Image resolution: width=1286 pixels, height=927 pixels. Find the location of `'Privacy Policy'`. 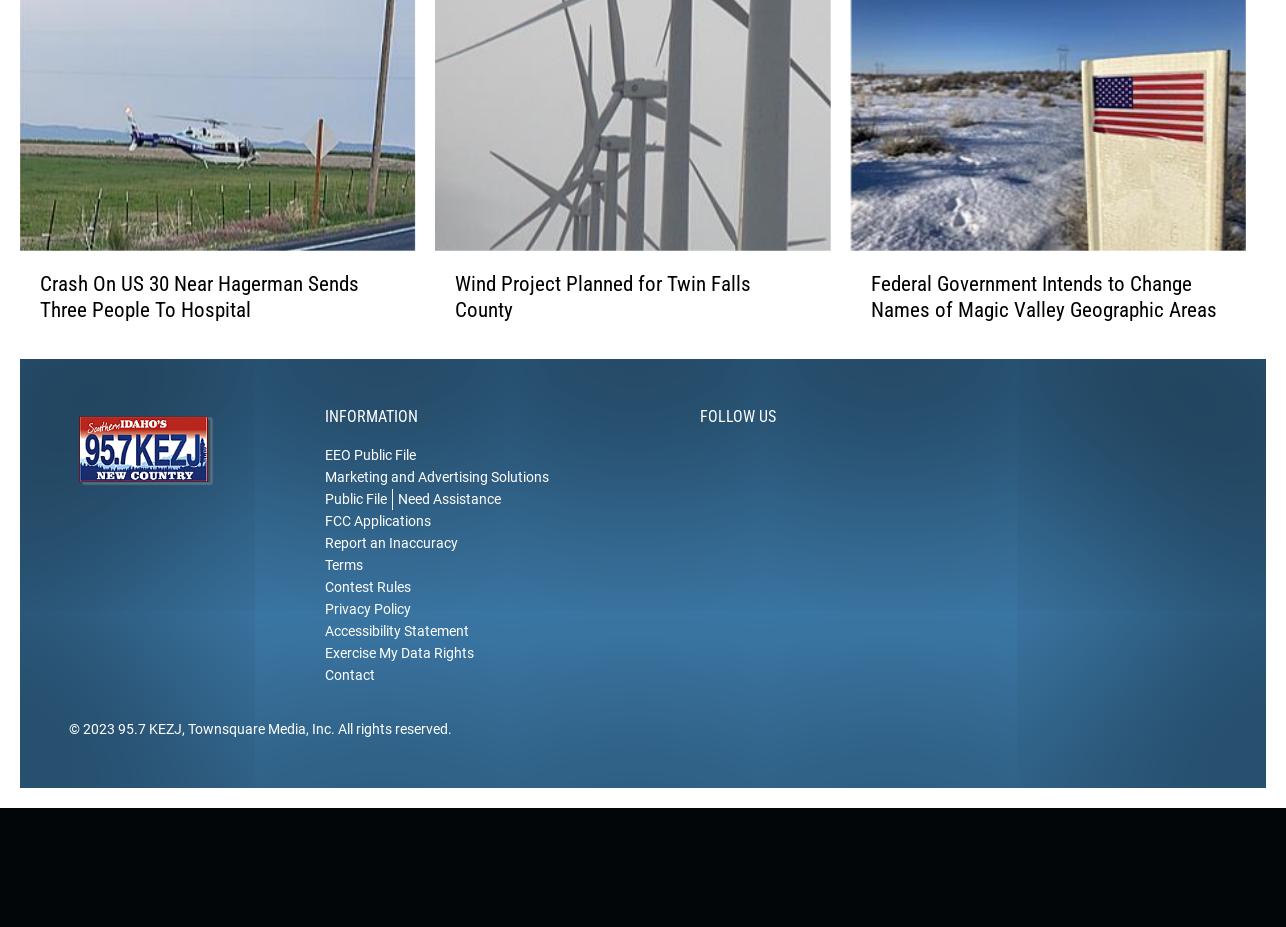

'Privacy Policy' is located at coordinates (367, 639).